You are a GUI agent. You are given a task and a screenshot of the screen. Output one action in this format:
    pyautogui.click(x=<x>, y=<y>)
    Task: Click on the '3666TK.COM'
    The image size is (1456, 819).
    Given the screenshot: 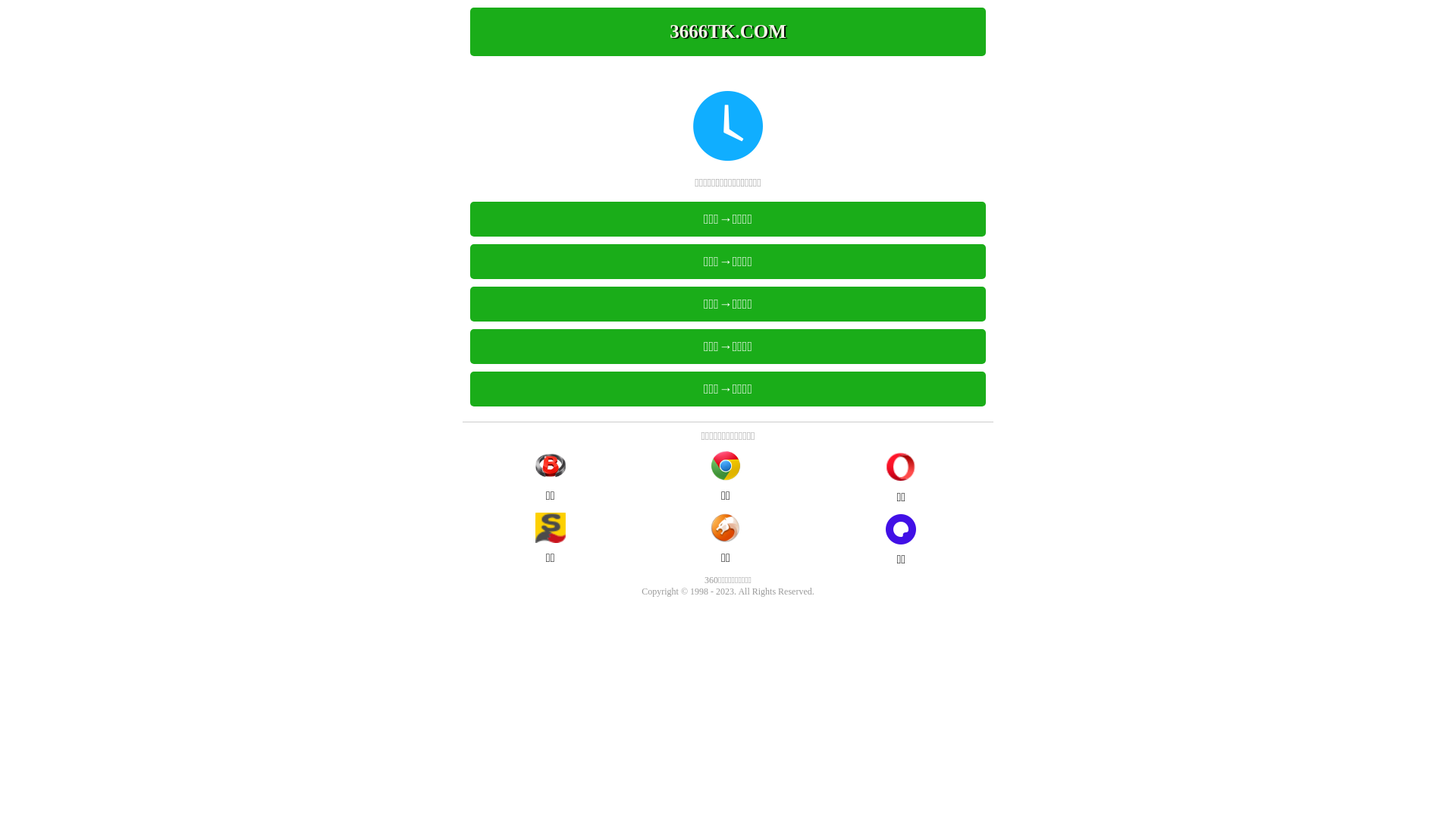 What is the action you would take?
    pyautogui.click(x=728, y=32)
    